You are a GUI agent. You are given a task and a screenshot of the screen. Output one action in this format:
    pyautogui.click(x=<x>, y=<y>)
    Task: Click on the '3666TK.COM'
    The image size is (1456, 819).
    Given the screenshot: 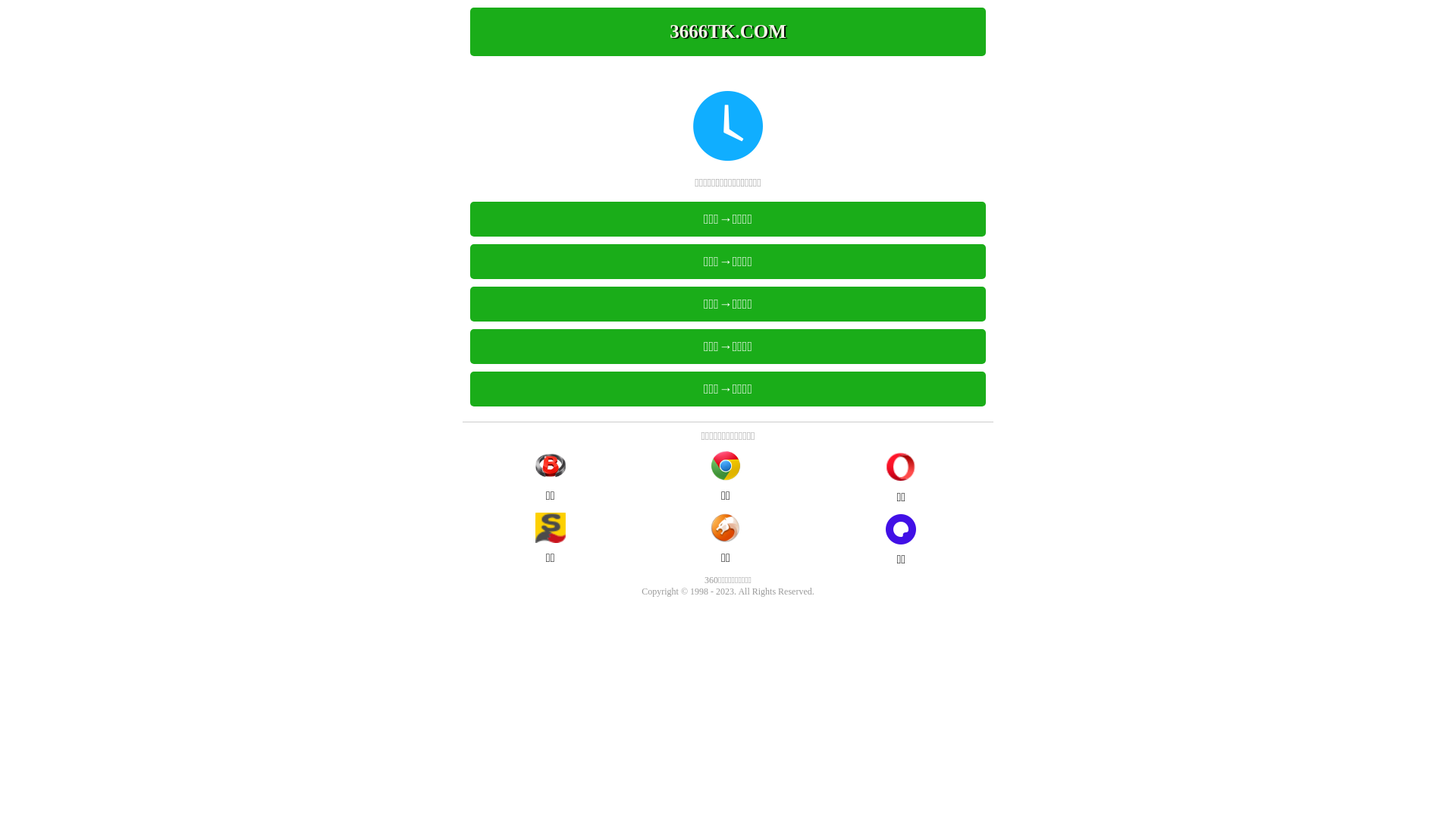 What is the action you would take?
    pyautogui.click(x=728, y=32)
    